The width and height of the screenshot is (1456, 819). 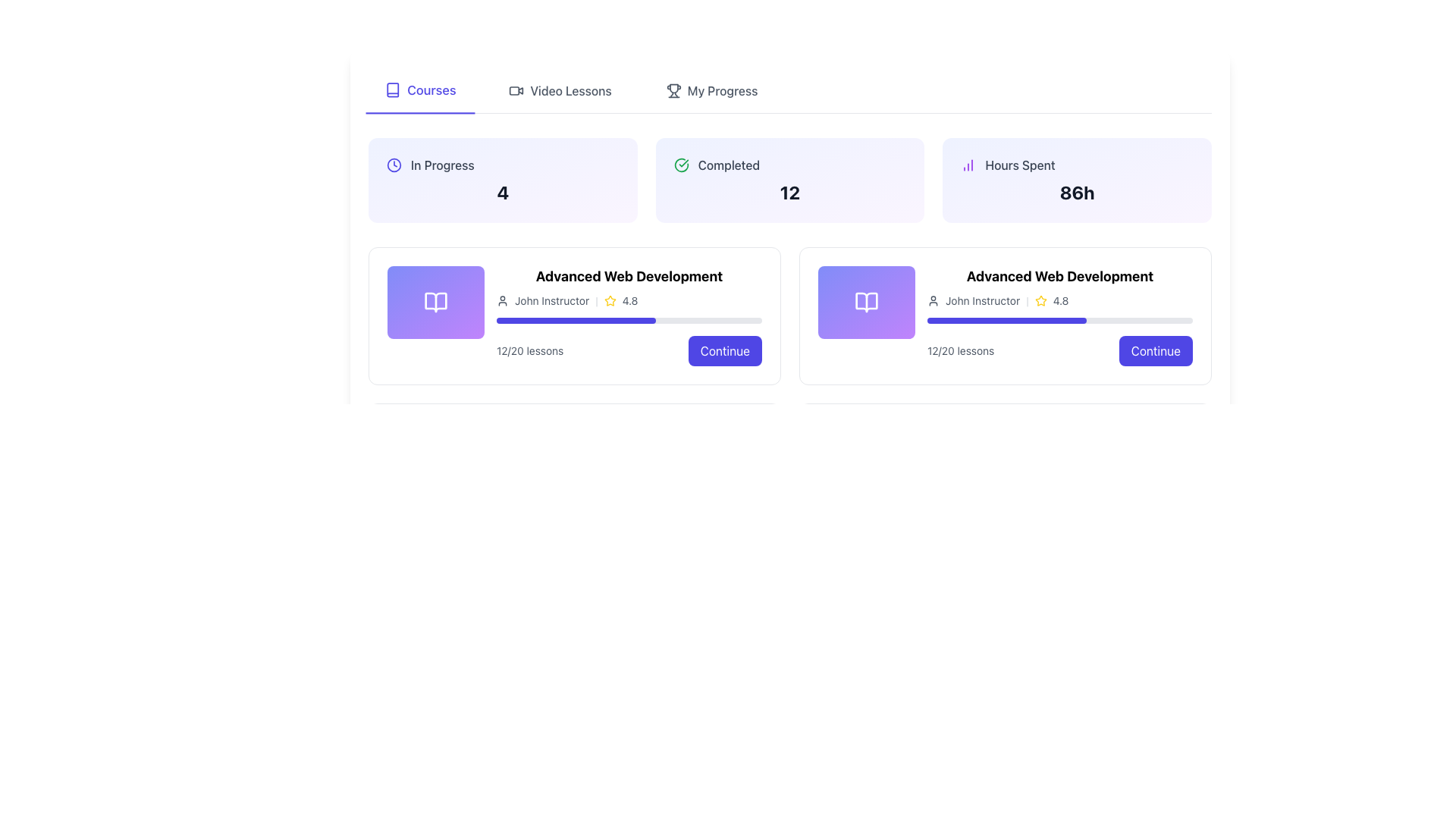 I want to click on the yellow star-shaped rating icon, which is positioned to the right of 'John Instructor' and before the numeric rating '4.8', so click(x=610, y=301).